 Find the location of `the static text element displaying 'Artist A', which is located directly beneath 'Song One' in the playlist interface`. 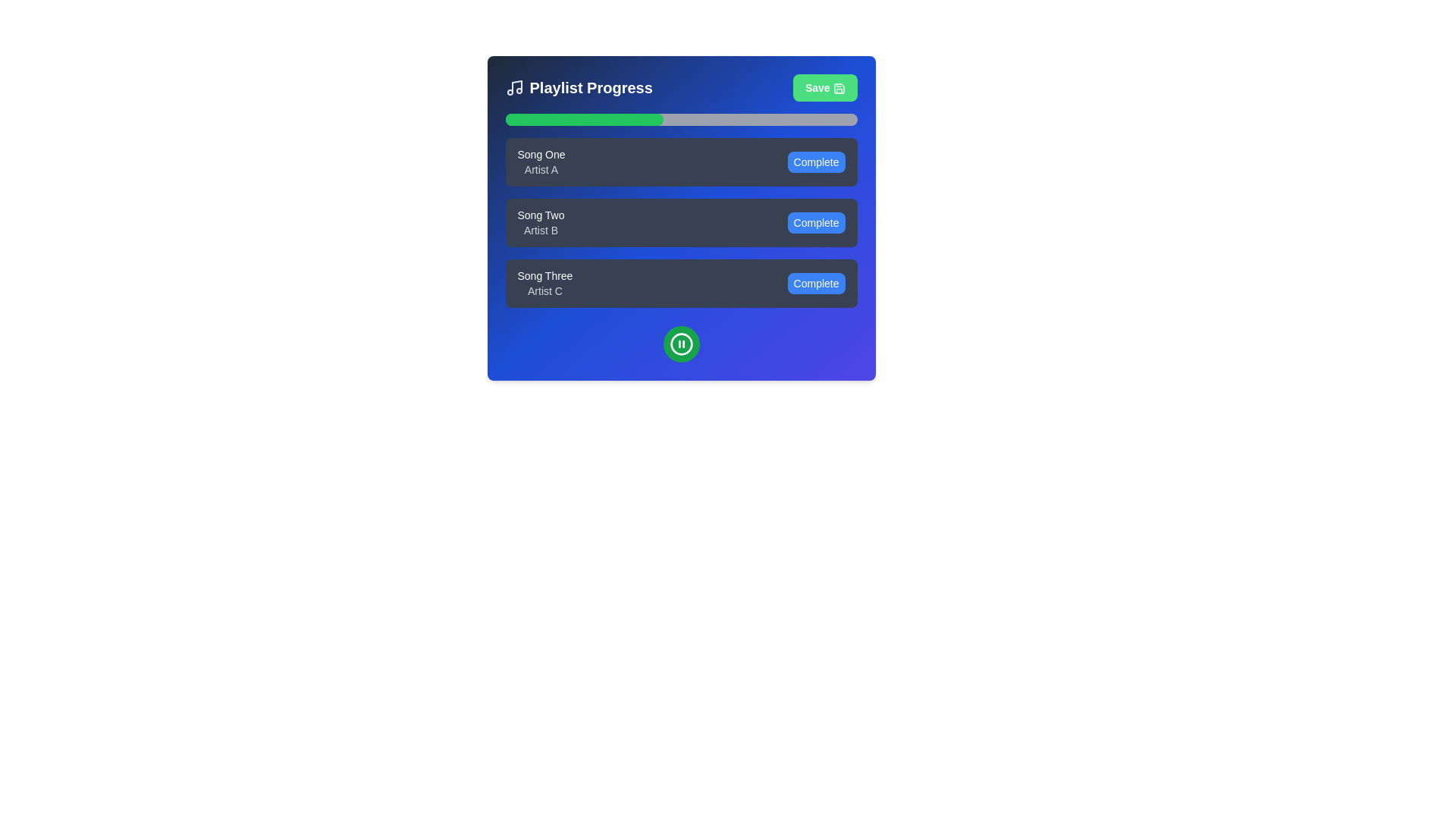

the static text element displaying 'Artist A', which is located directly beneath 'Song One' in the playlist interface is located at coordinates (541, 169).